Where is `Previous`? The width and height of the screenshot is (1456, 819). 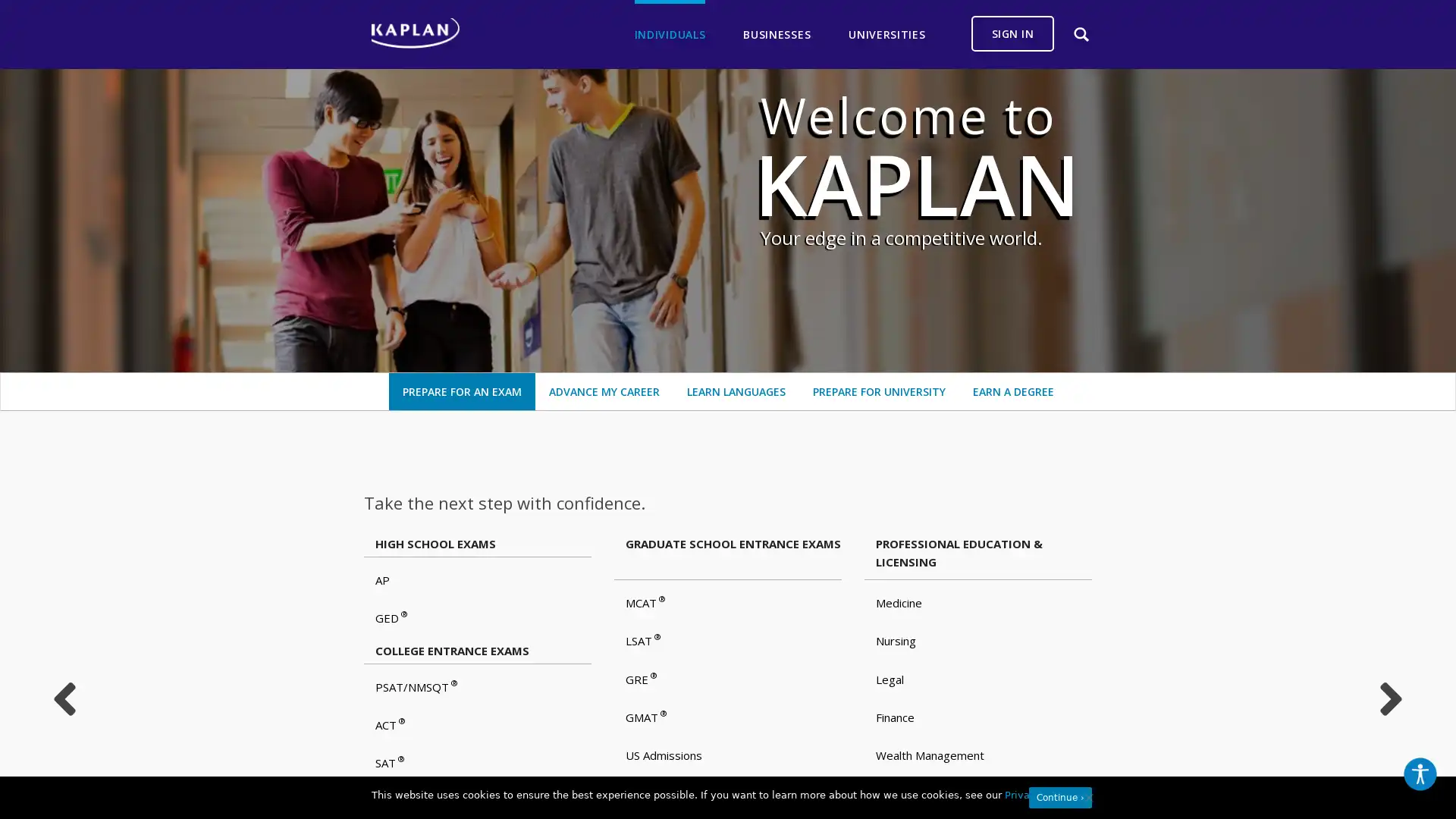
Previous is located at coordinates (63, 698).